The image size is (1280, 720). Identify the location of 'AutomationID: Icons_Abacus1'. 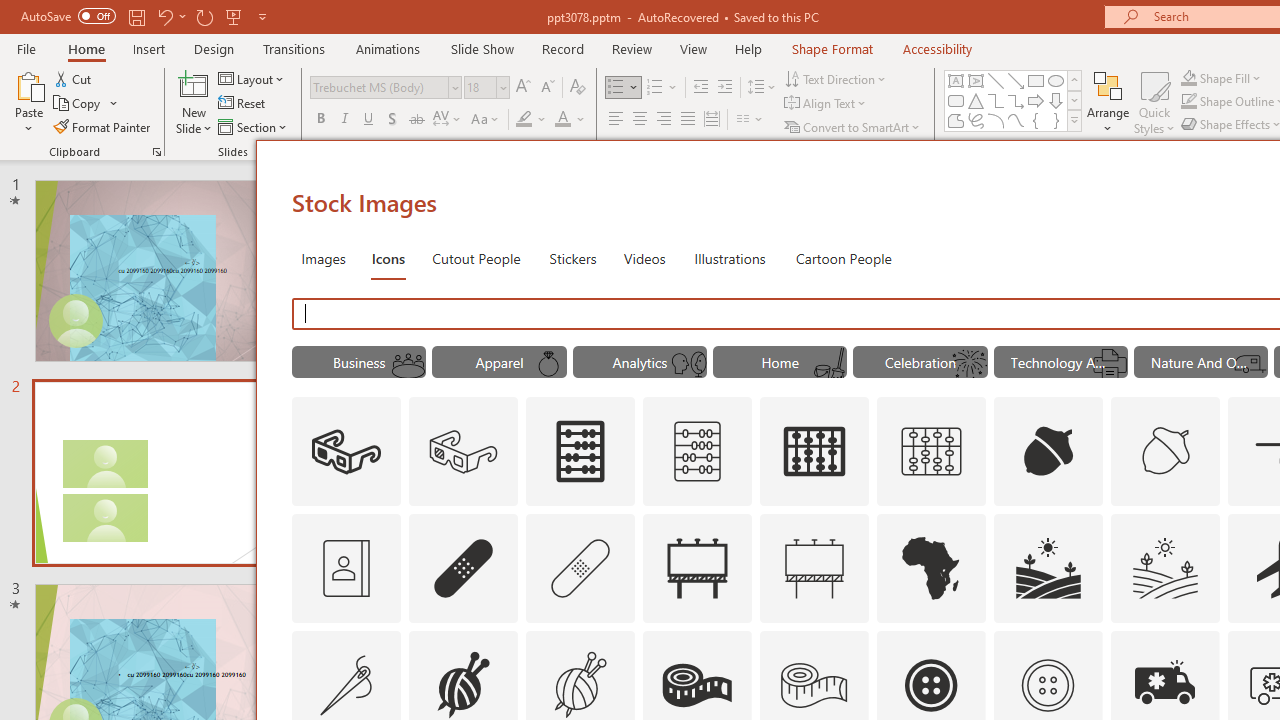
(815, 452).